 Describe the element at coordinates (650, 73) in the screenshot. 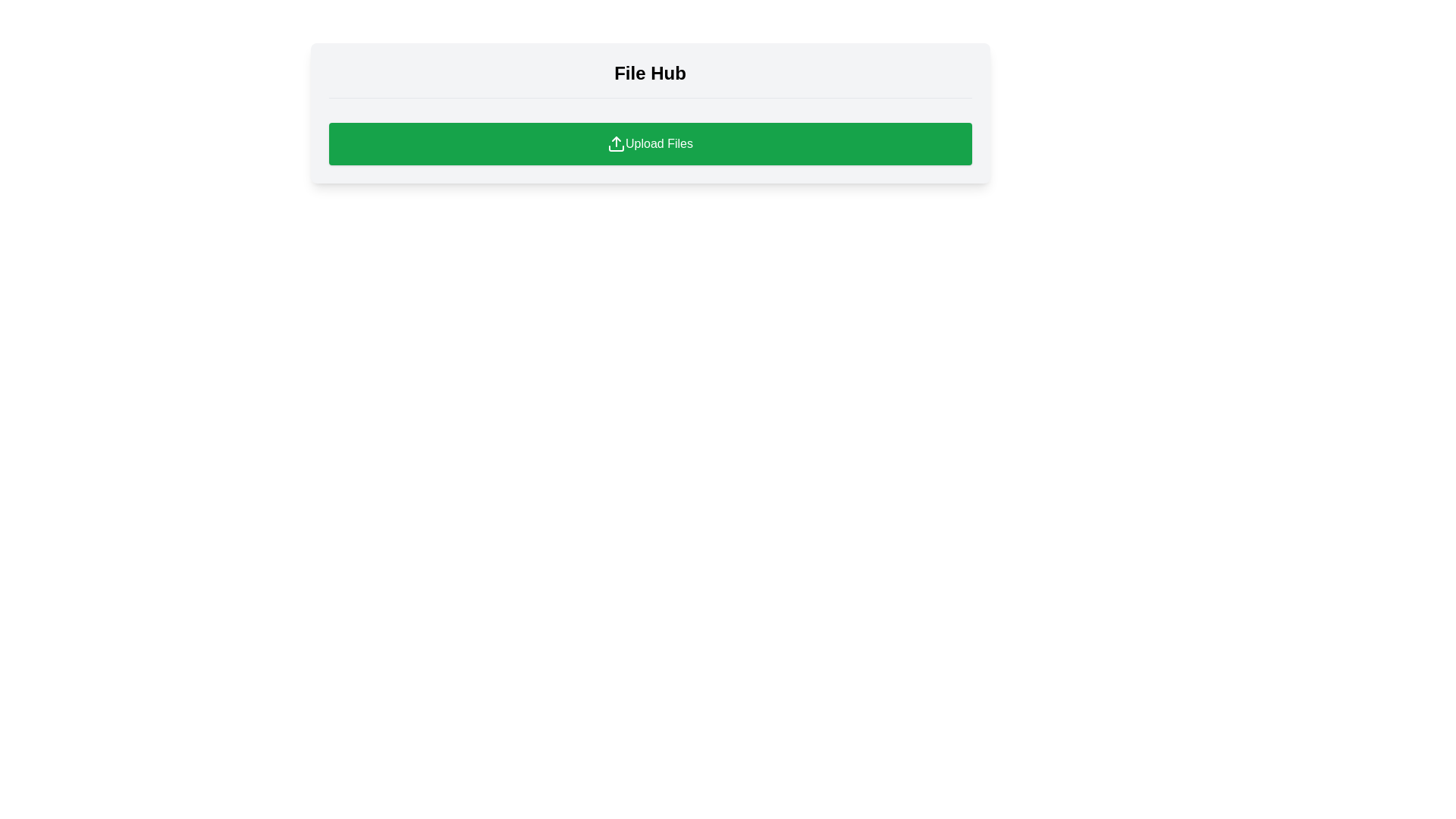

I see `the 'File Hub' static text label, which is a bold, large-sized, black font label centrally aligned within a lightly shaded rectangular area` at that location.